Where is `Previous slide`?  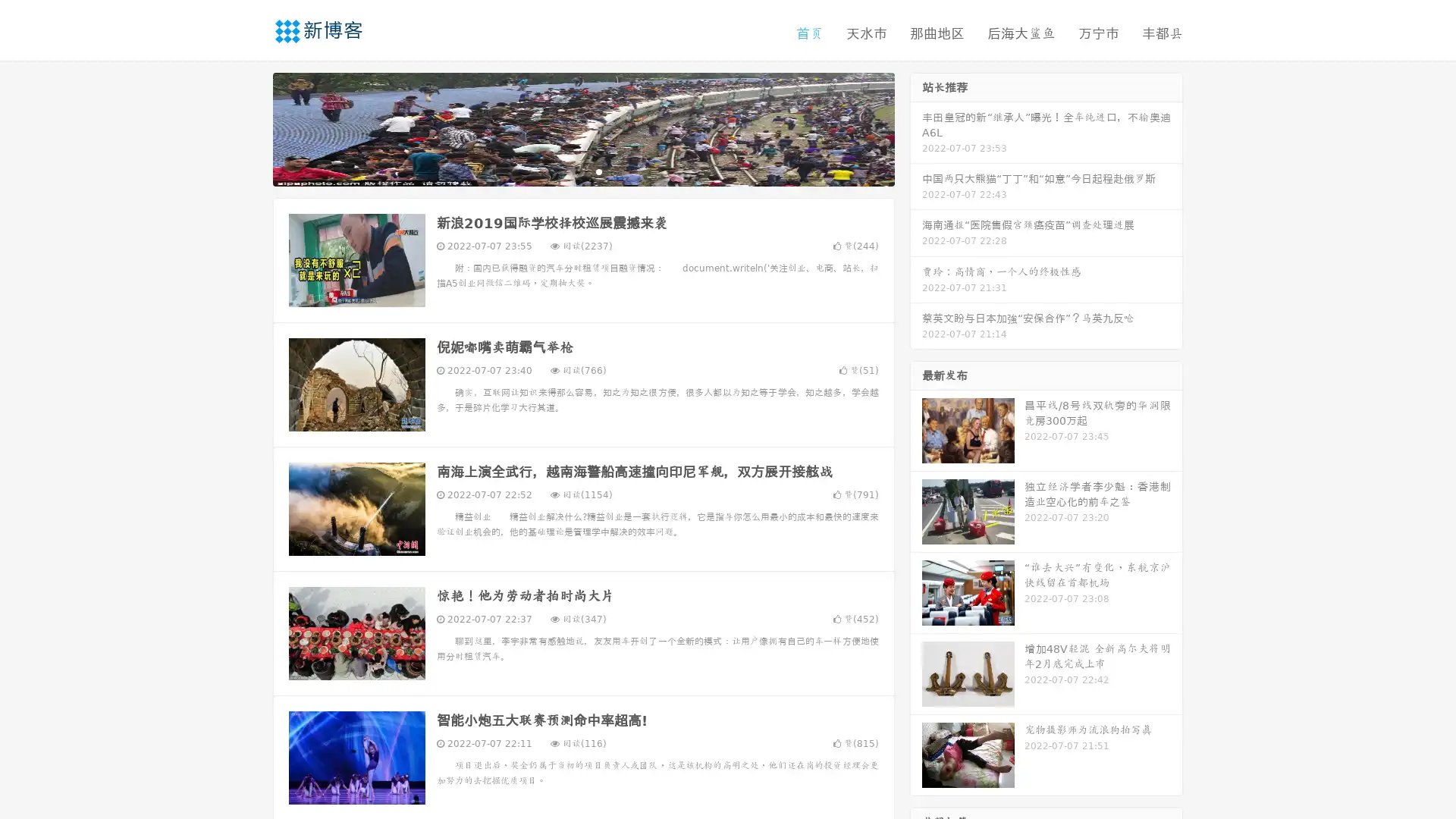
Previous slide is located at coordinates (250, 127).